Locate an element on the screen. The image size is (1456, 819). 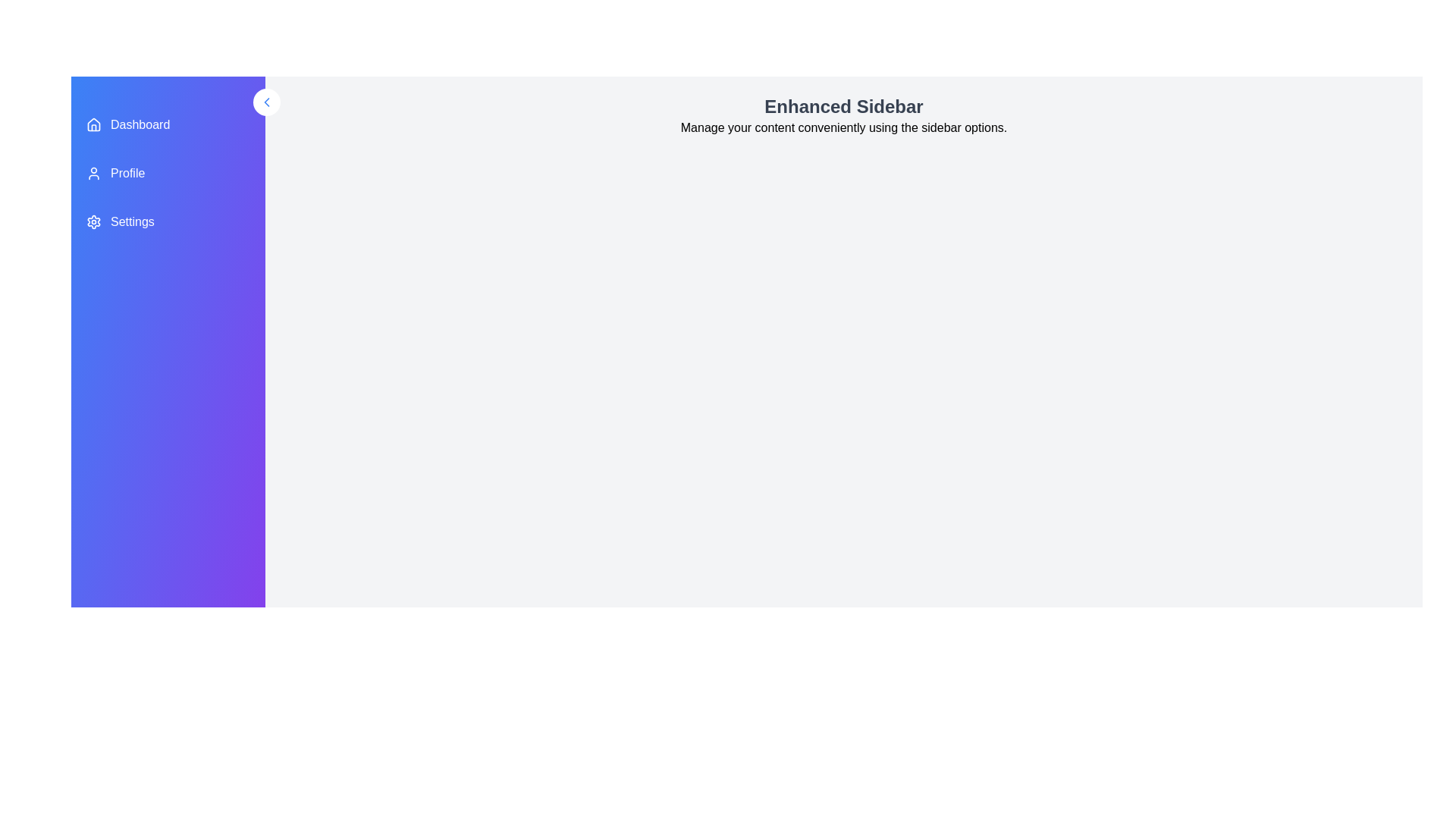
the menu item labeled Profile is located at coordinates (168, 172).